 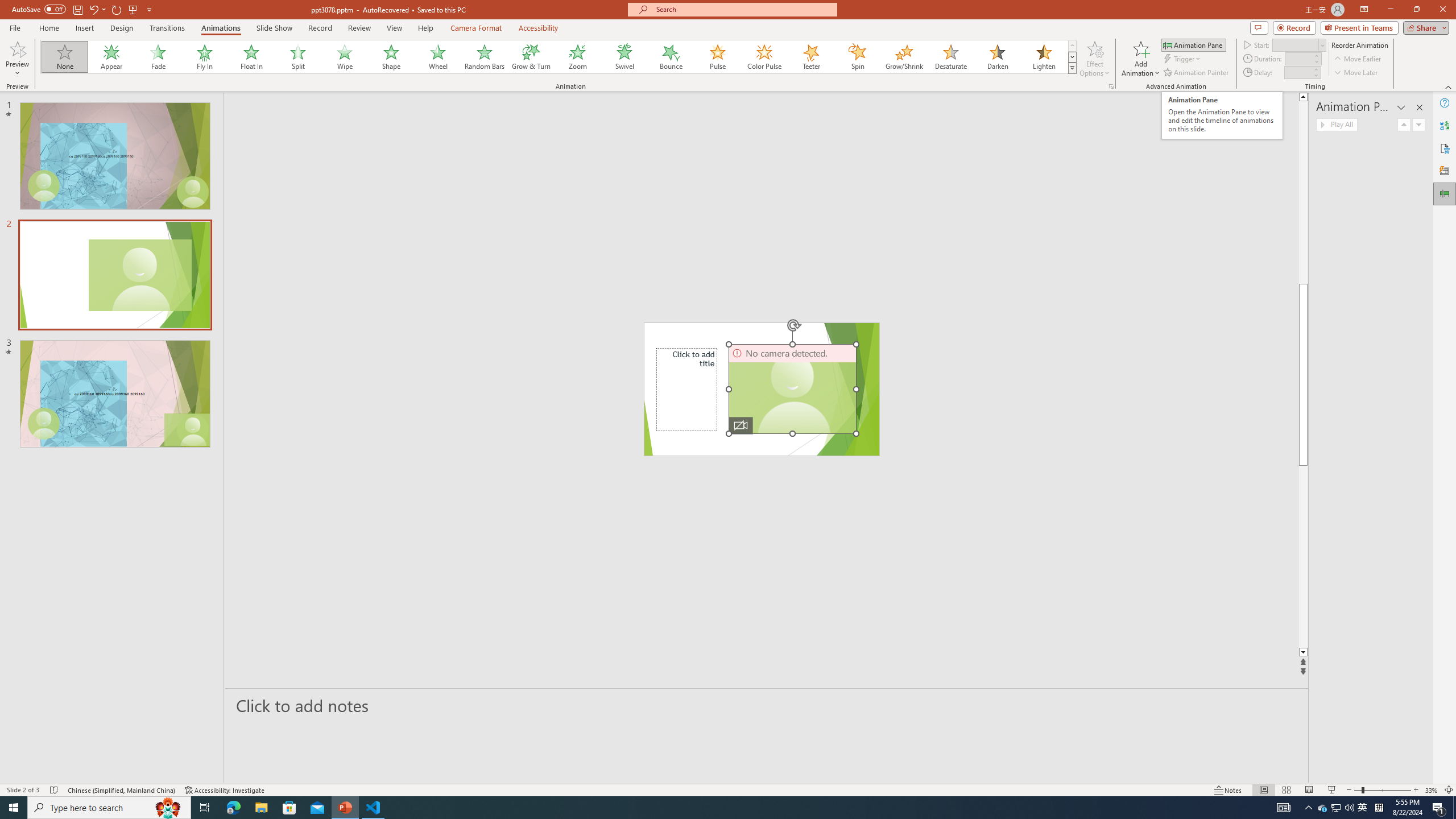 I want to click on 'Appear', so click(x=111, y=56).